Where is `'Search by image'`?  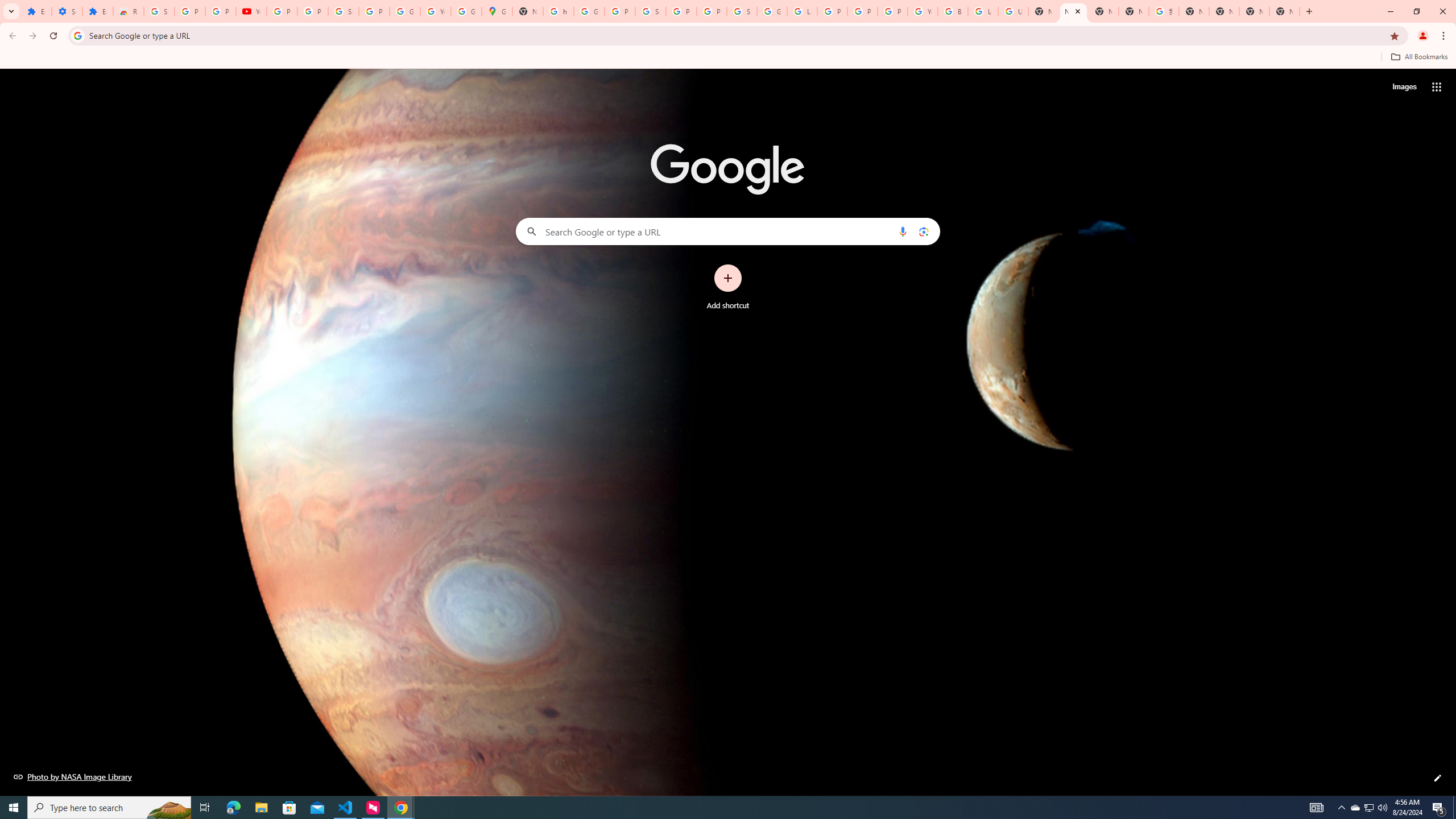 'Search by image' is located at coordinates (923, 230).